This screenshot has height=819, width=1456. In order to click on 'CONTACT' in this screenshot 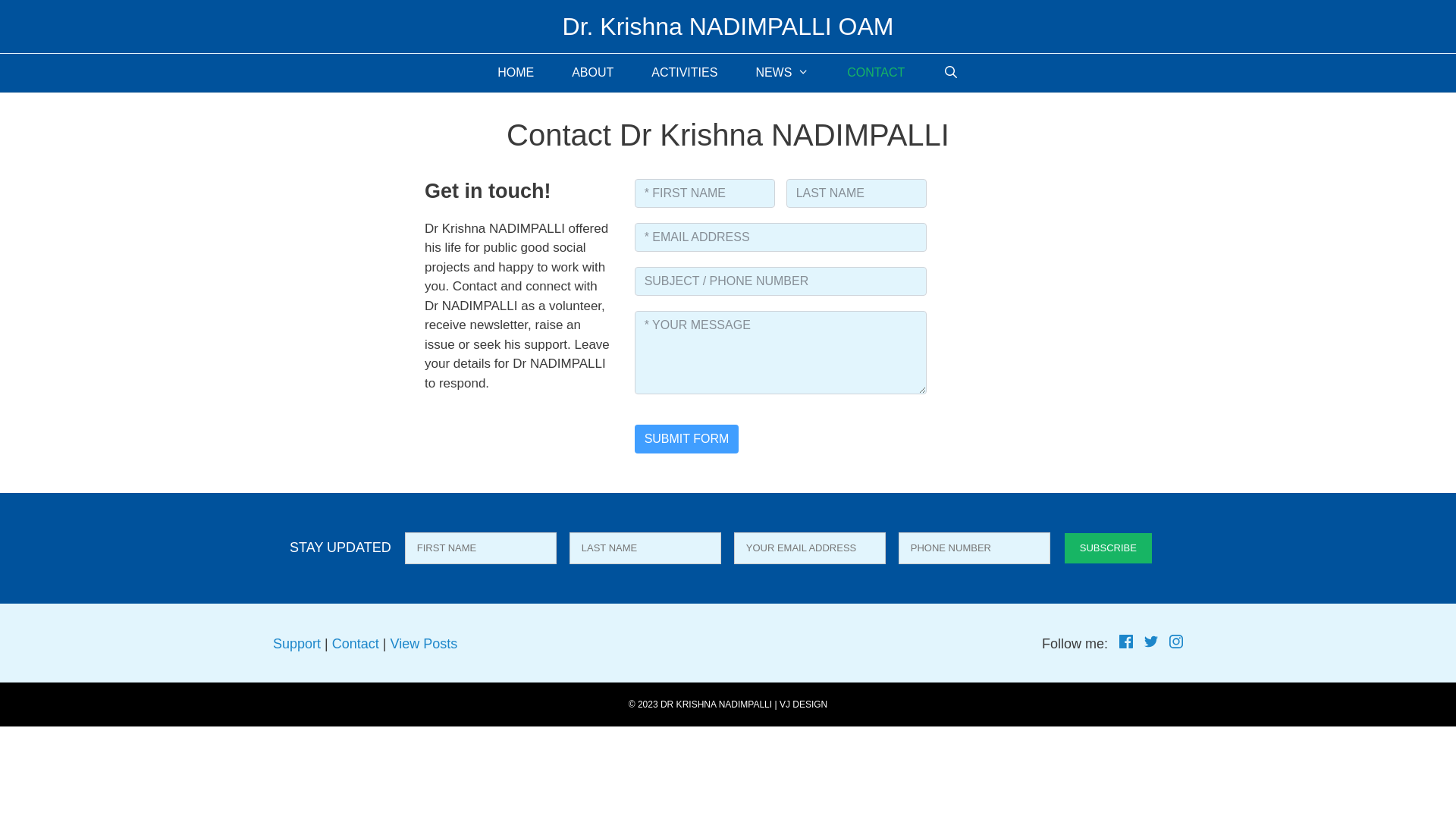, I will do `click(876, 73)`.